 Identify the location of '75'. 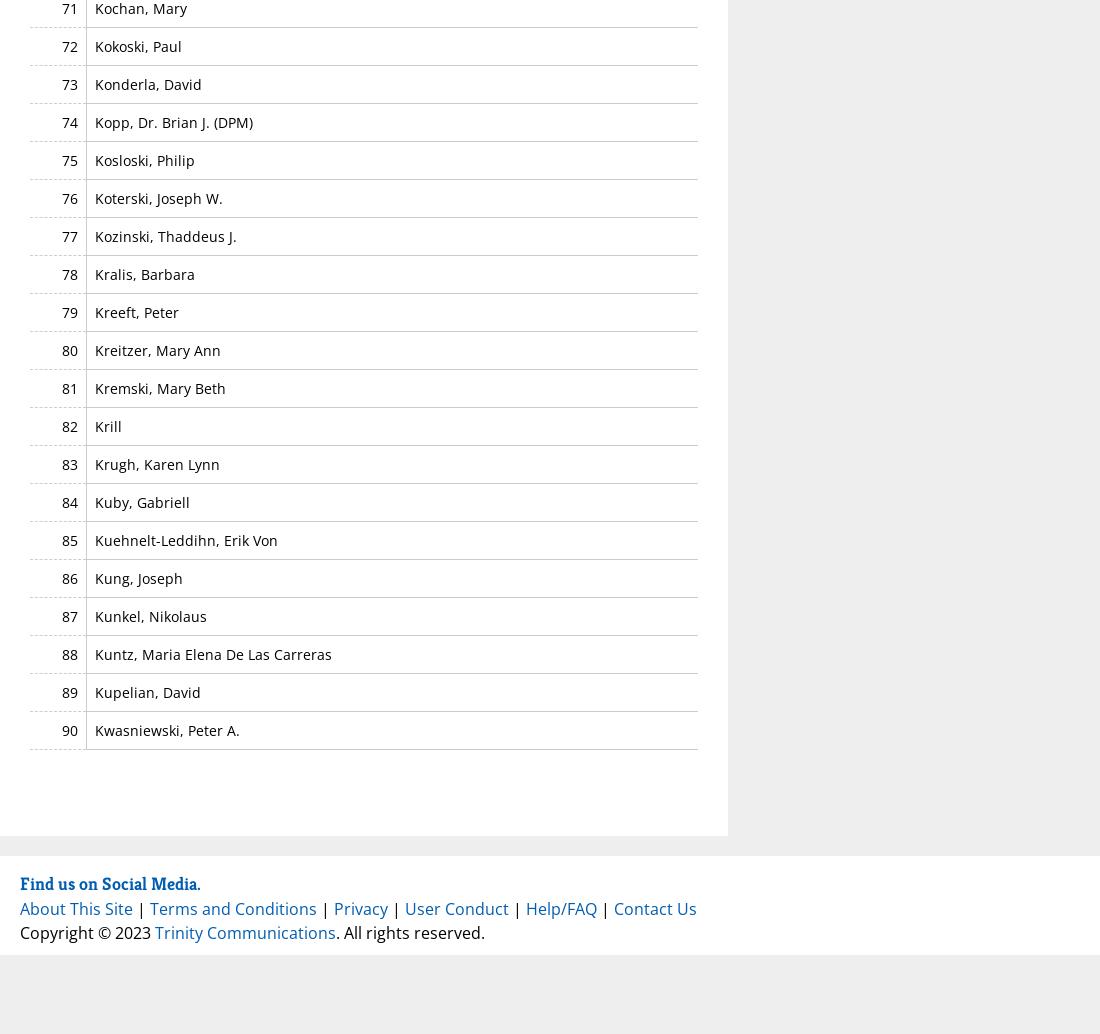
(68, 159).